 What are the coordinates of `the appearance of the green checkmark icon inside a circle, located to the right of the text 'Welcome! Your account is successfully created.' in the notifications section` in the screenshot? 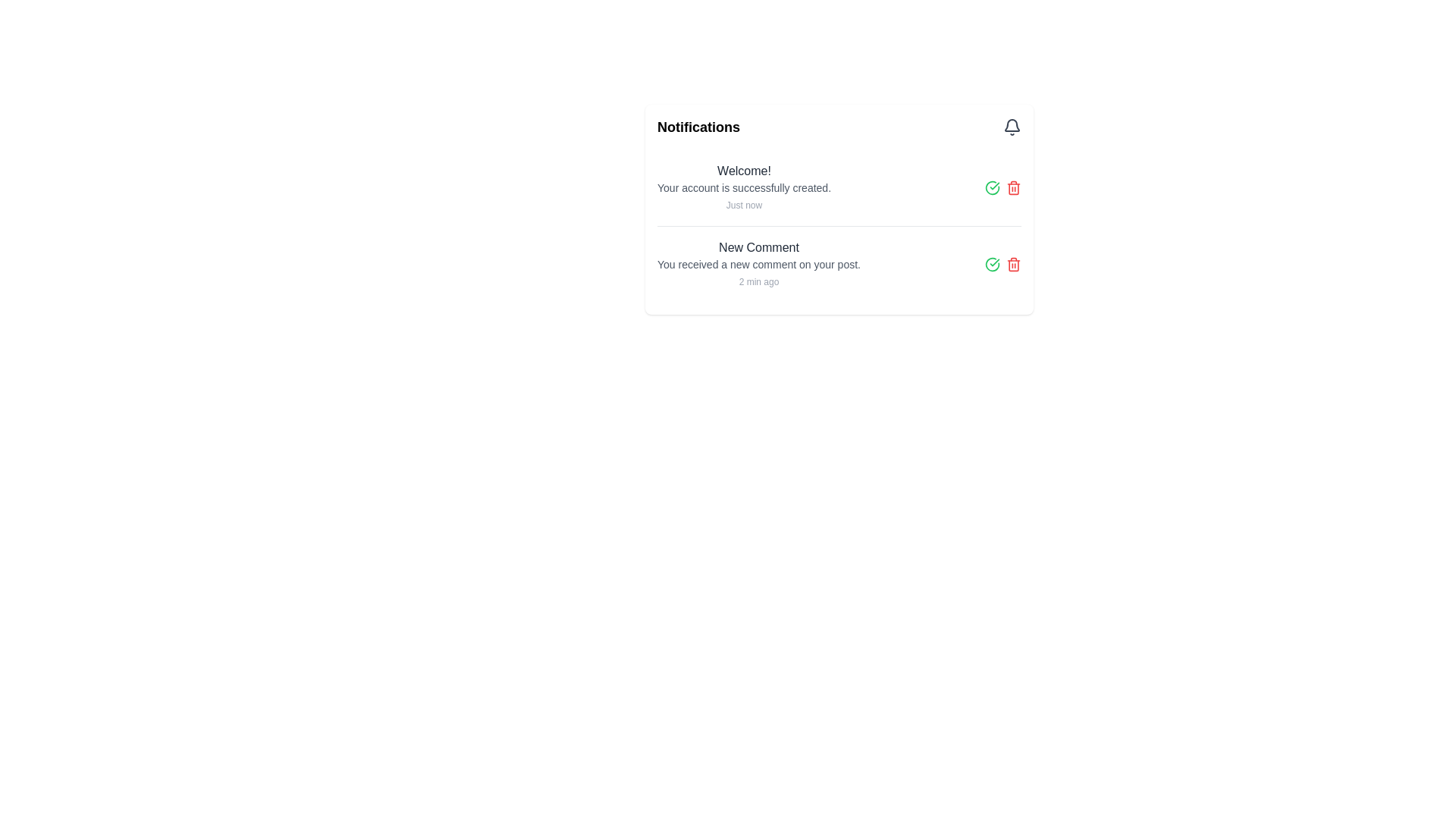 It's located at (993, 263).